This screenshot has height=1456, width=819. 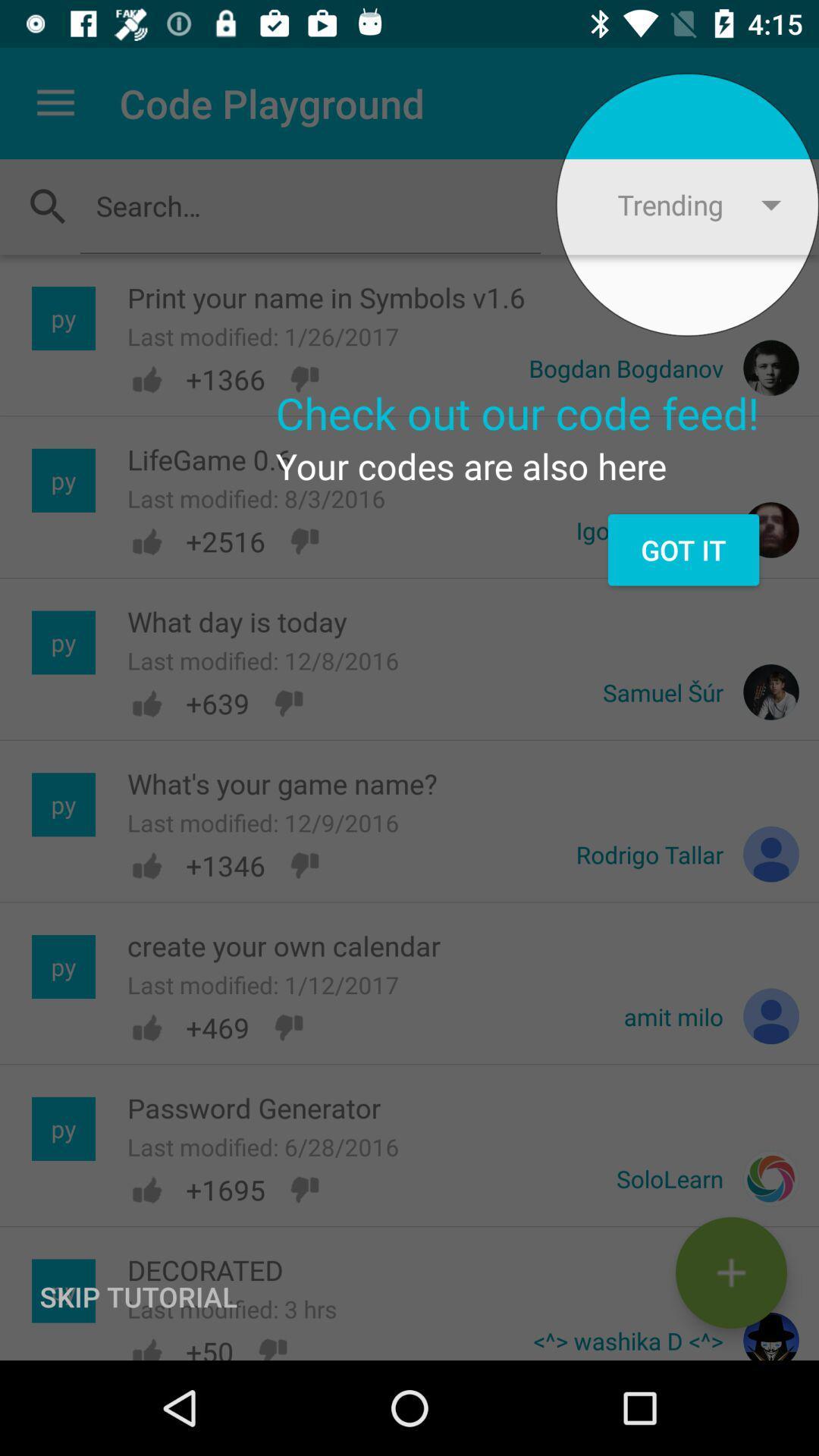 What do you see at coordinates (730, 1272) in the screenshot?
I see `decorated option` at bounding box center [730, 1272].